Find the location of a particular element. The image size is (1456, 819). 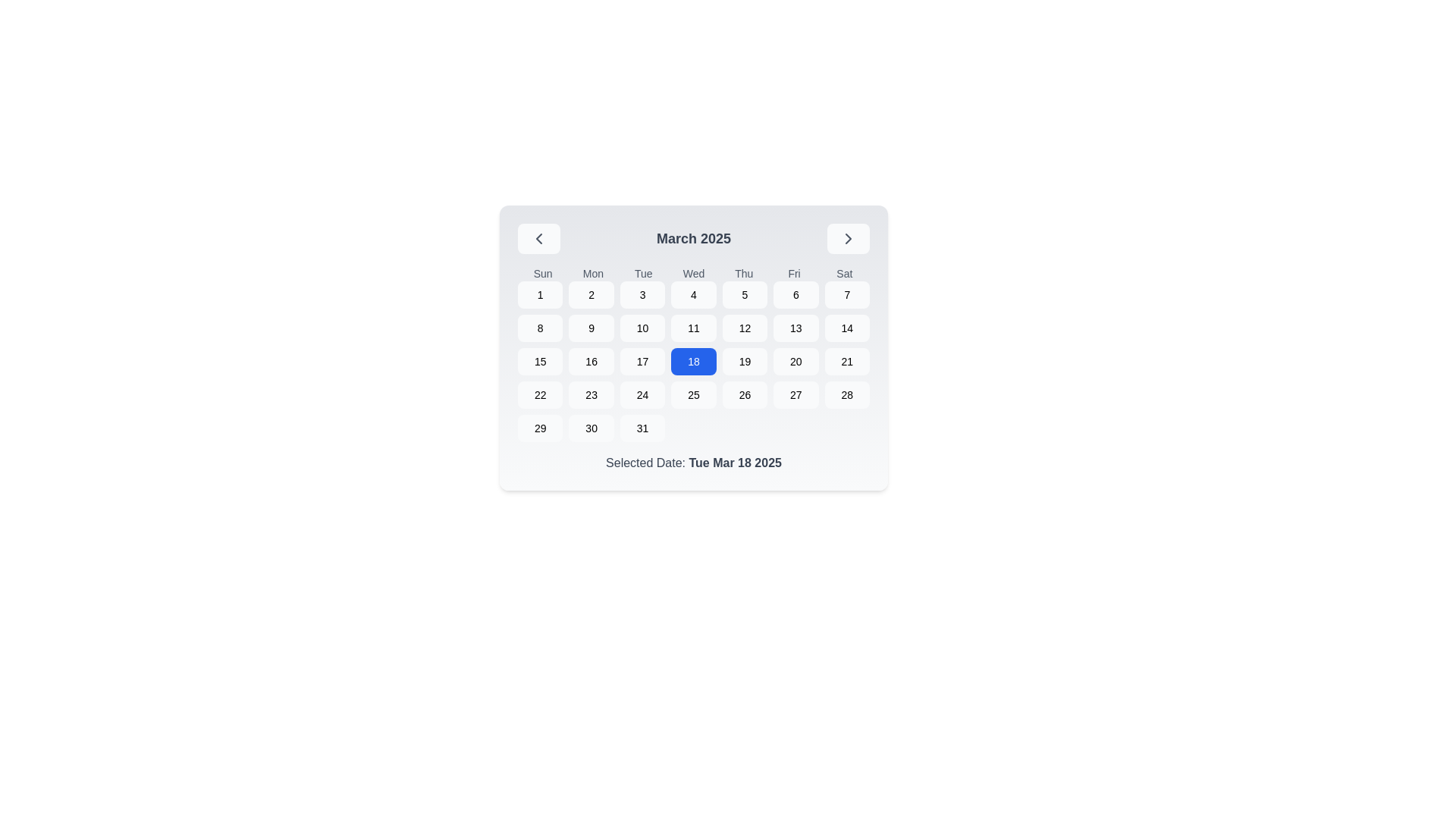

the calendar component displaying the month of March 2025 is located at coordinates (693, 348).